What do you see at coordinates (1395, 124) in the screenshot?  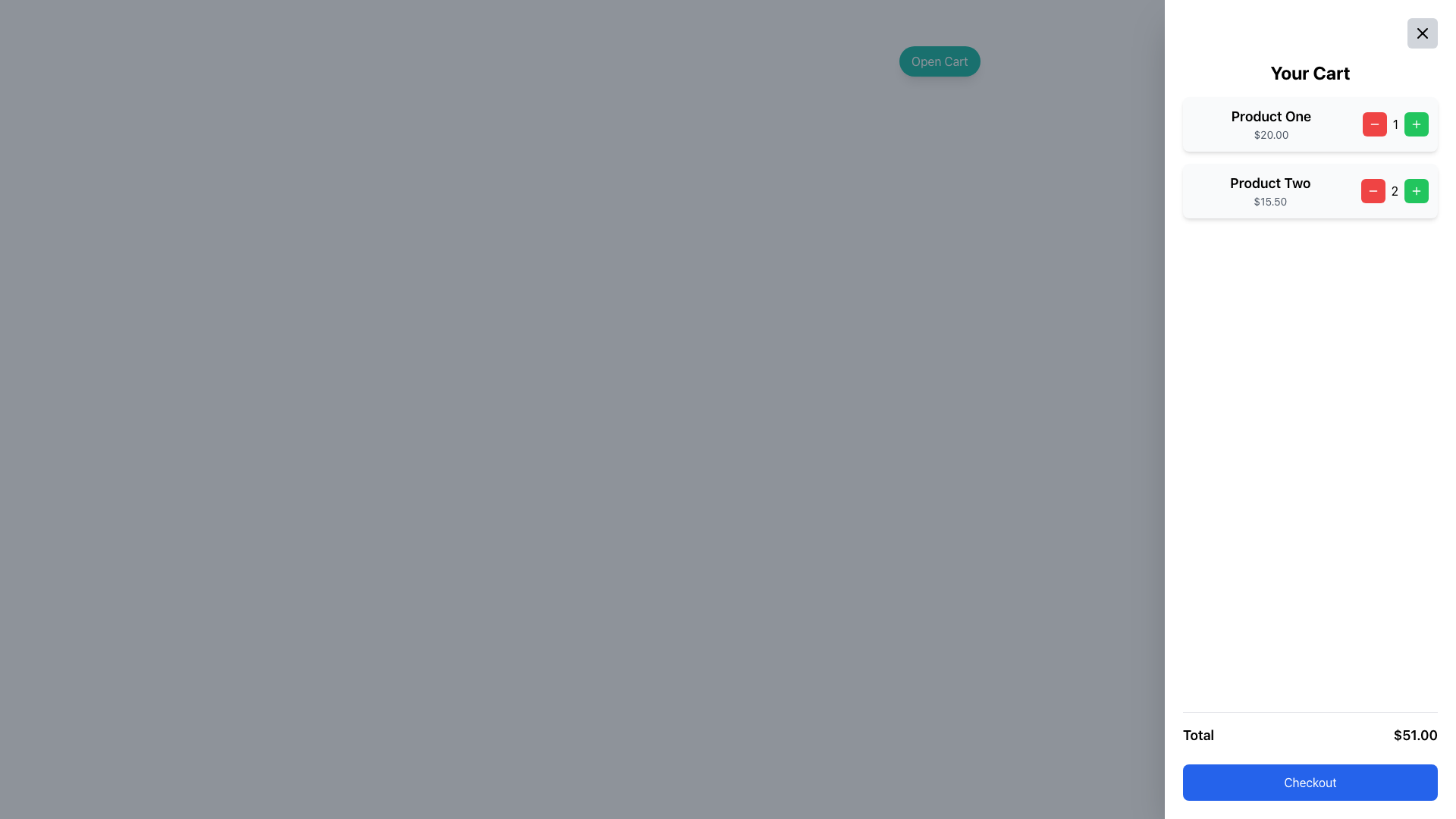 I see `the digit '1' displayed in bold font and black color, located between a red minus button and a green plus button in the cart interface` at bounding box center [1395, 124].